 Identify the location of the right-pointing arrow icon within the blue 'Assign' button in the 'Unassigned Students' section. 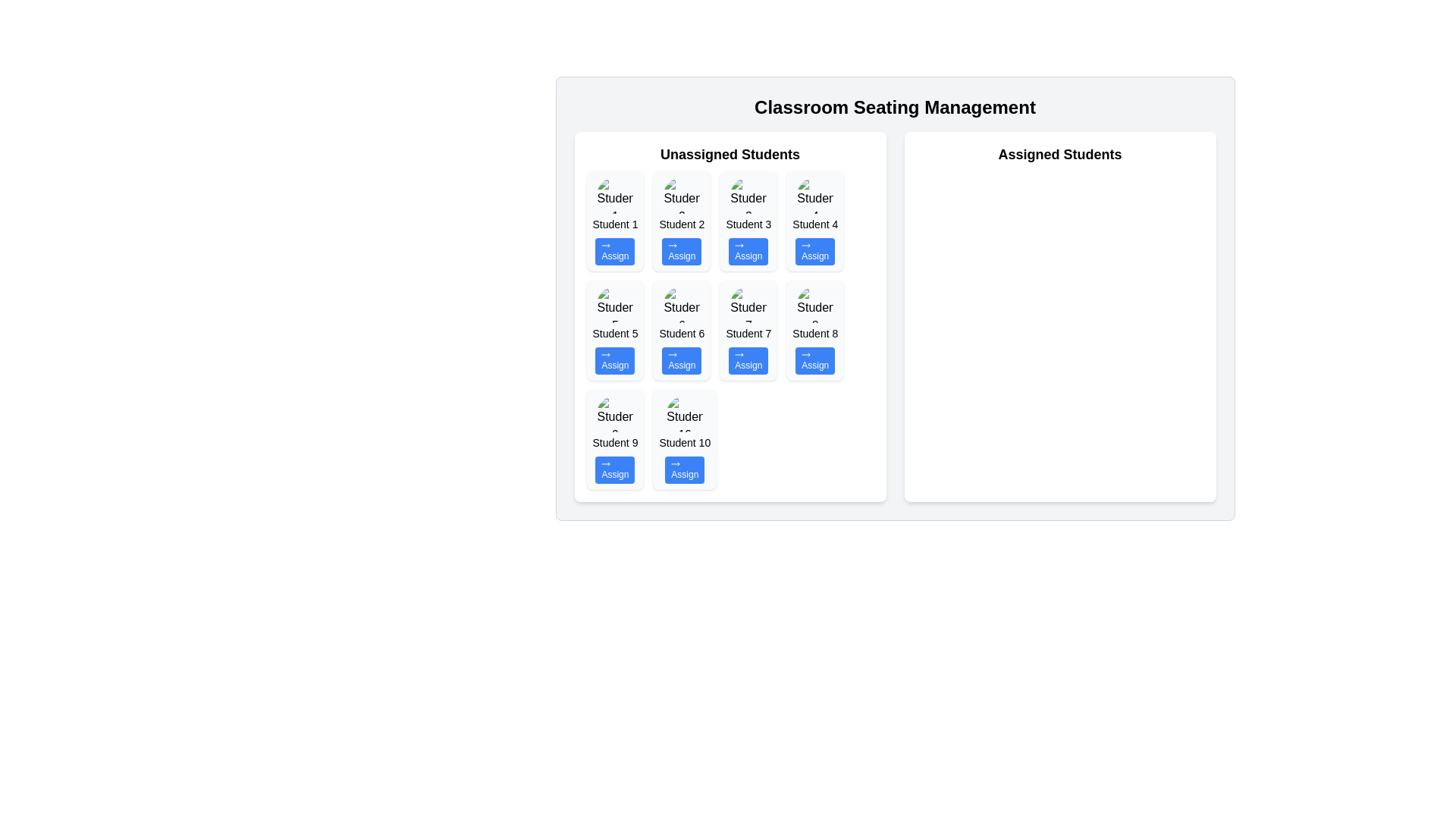
(672, 245).